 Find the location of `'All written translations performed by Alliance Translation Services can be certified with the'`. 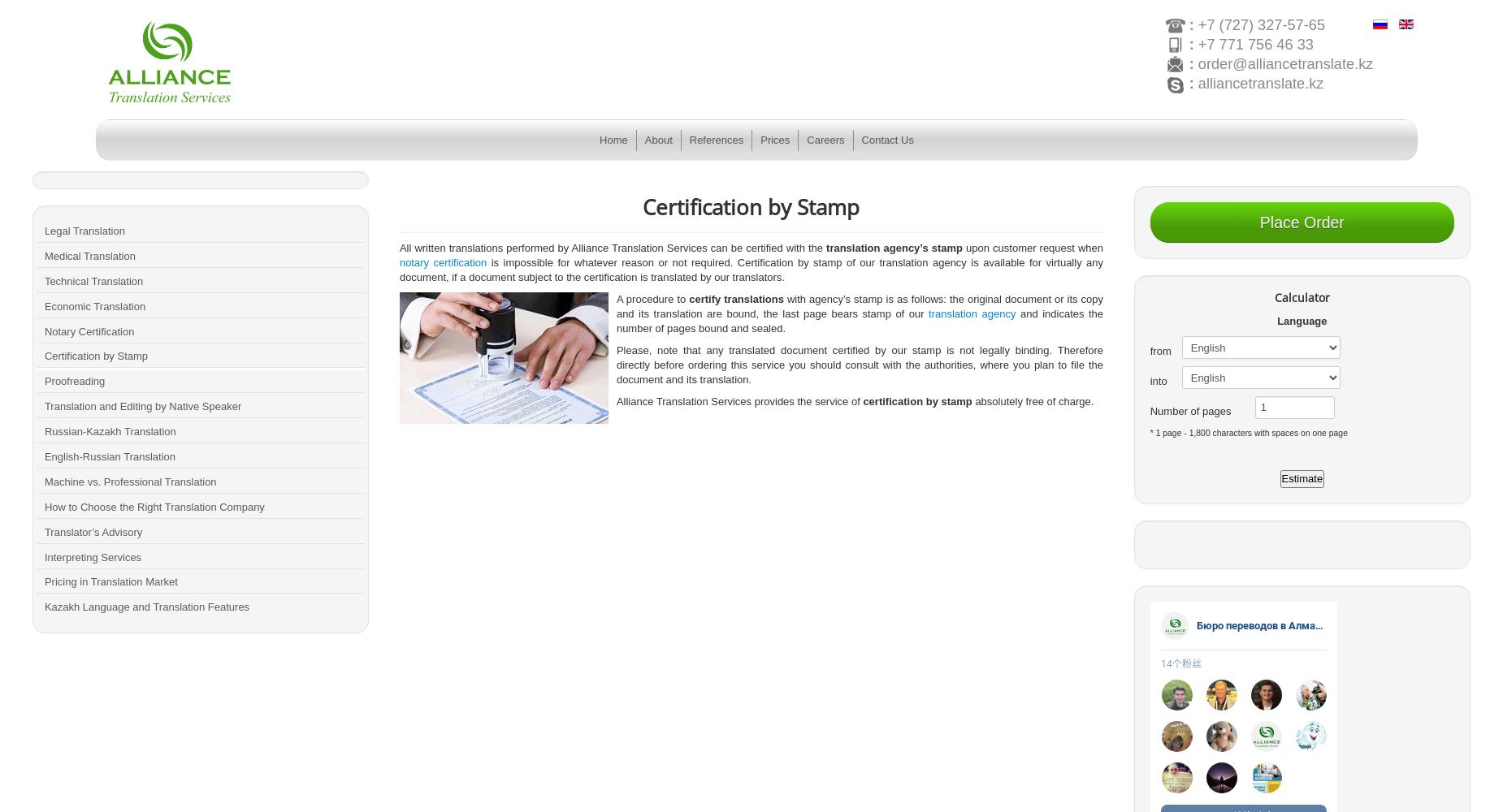

'All written translations performed by Alliance Translation Services can be certified with the' is located at coordinates (398, 248).